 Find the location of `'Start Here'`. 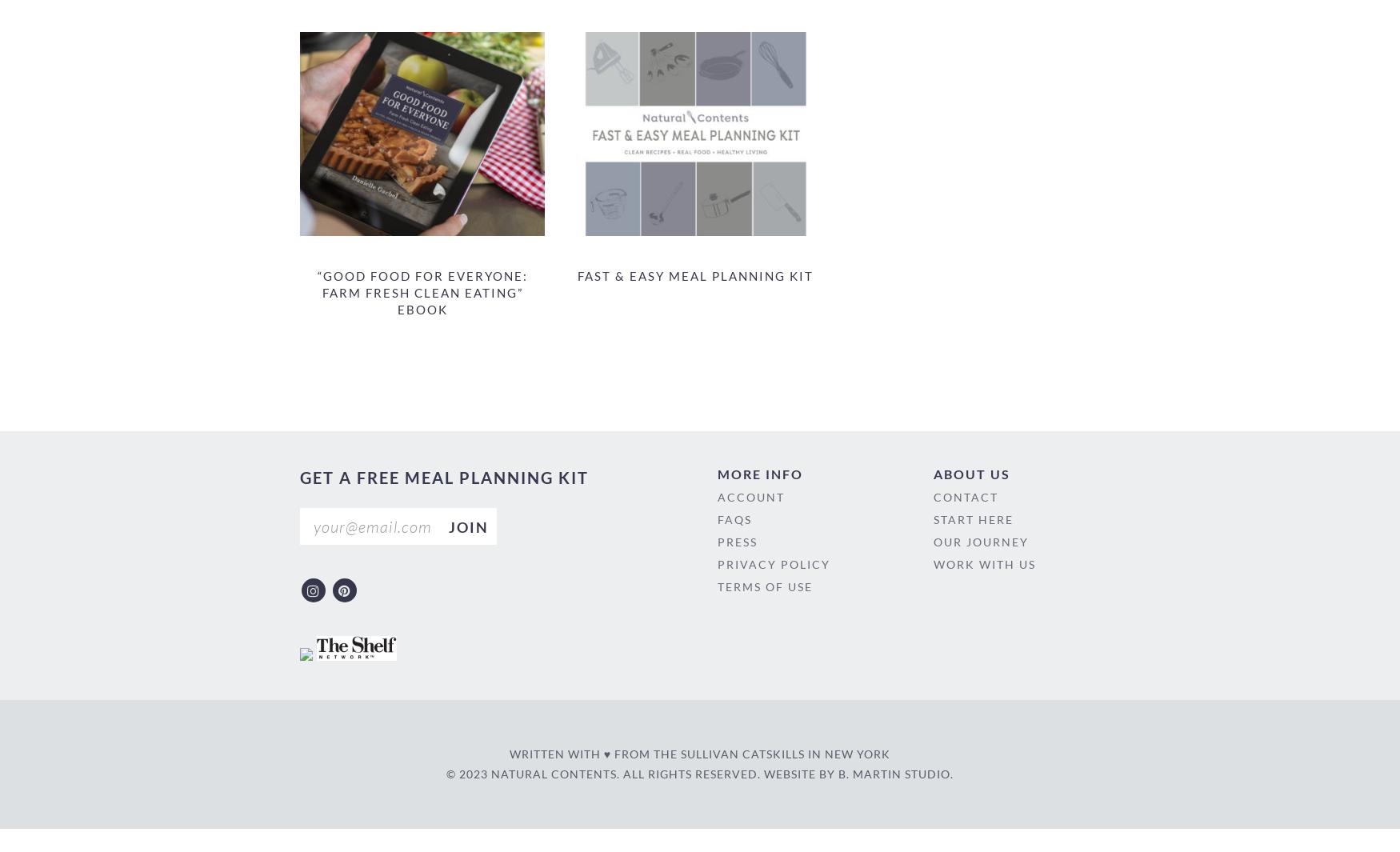

'Start Here' is located at coordinates (973, 518).